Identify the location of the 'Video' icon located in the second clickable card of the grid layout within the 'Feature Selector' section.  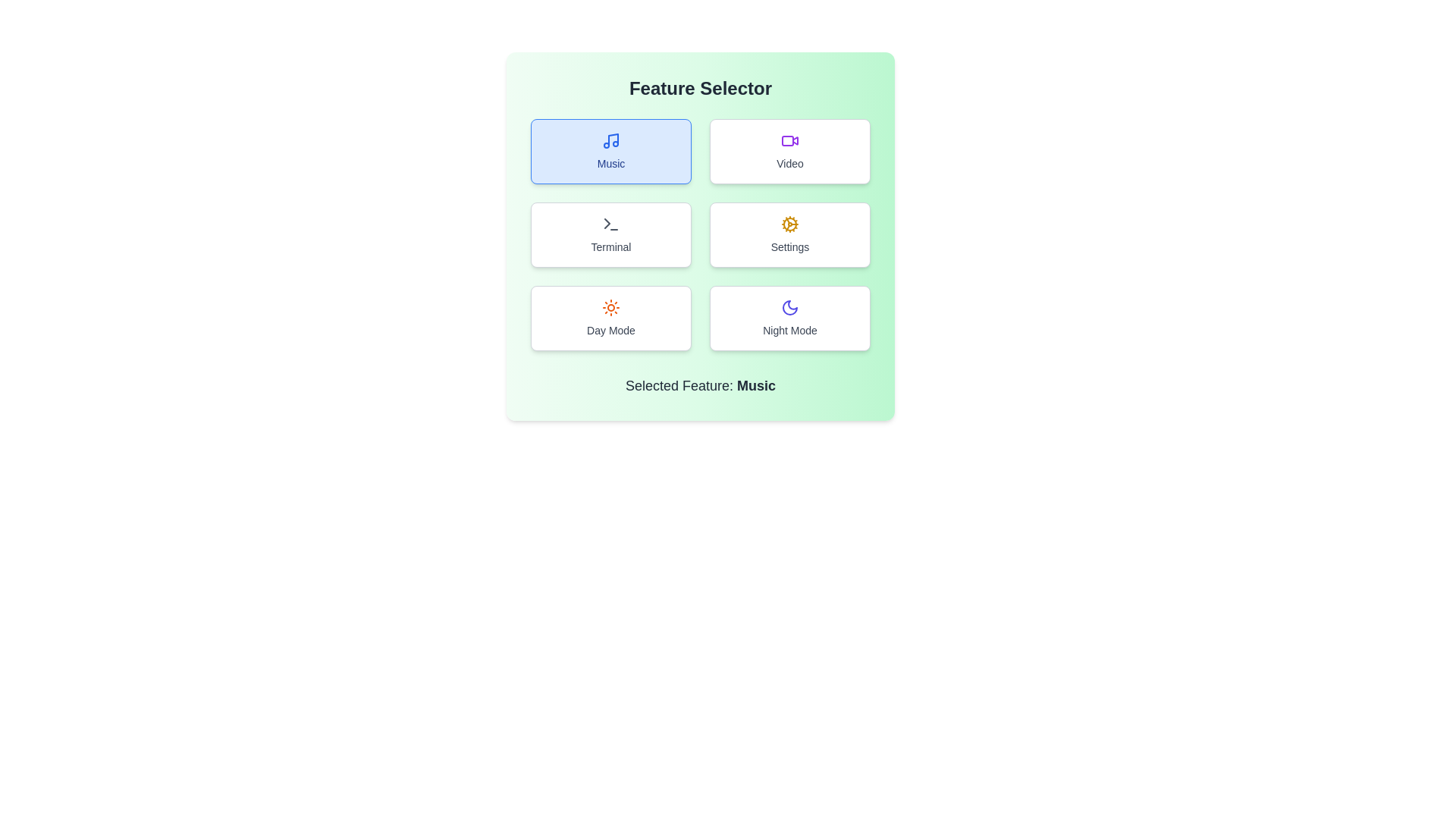
(789, 140).